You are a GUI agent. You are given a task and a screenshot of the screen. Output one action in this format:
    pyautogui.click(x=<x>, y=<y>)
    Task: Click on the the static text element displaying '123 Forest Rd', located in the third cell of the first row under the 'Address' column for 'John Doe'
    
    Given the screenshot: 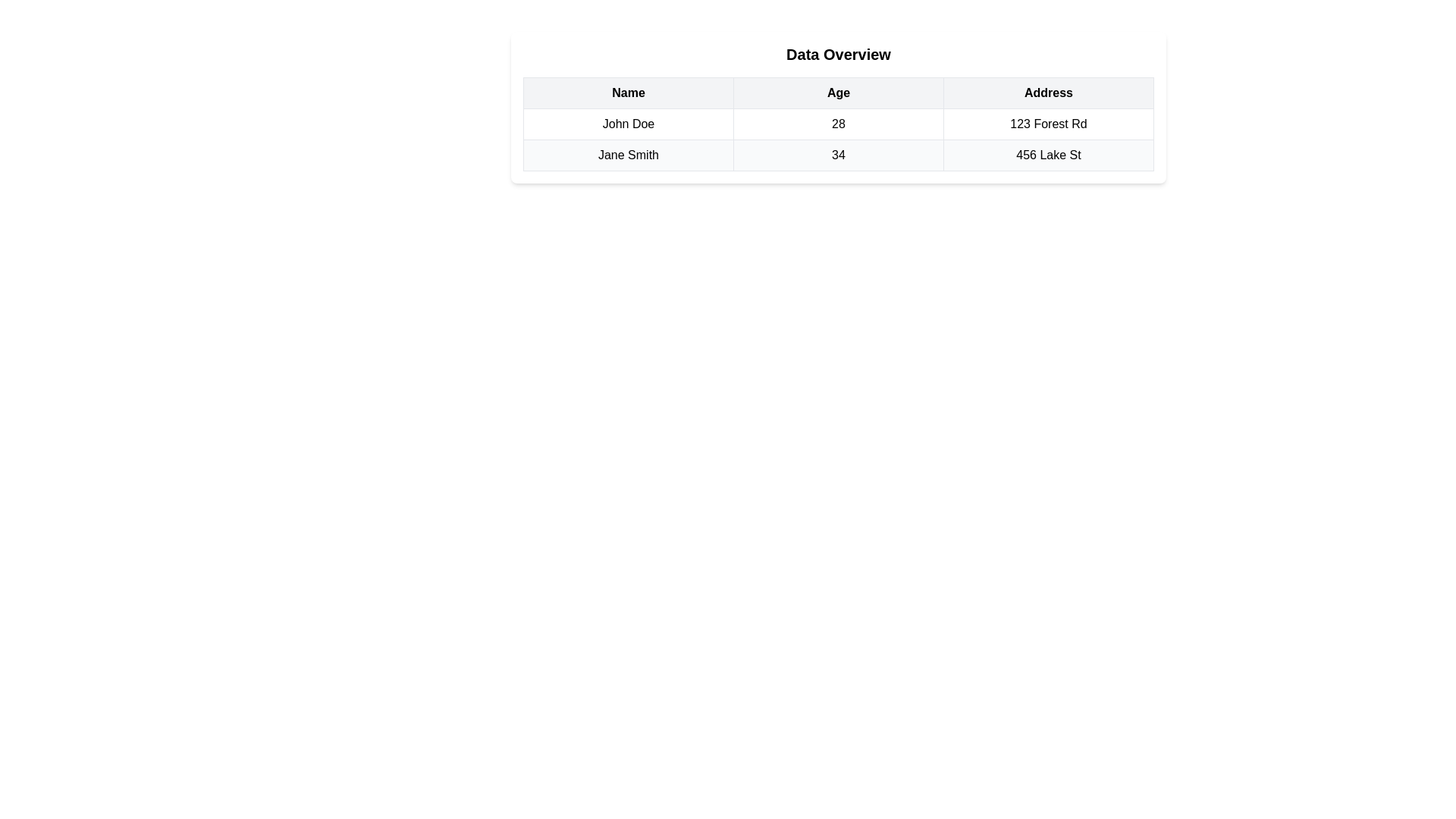 What is the action you would take?
    pyautogui.click(x=1047, y=124)
    